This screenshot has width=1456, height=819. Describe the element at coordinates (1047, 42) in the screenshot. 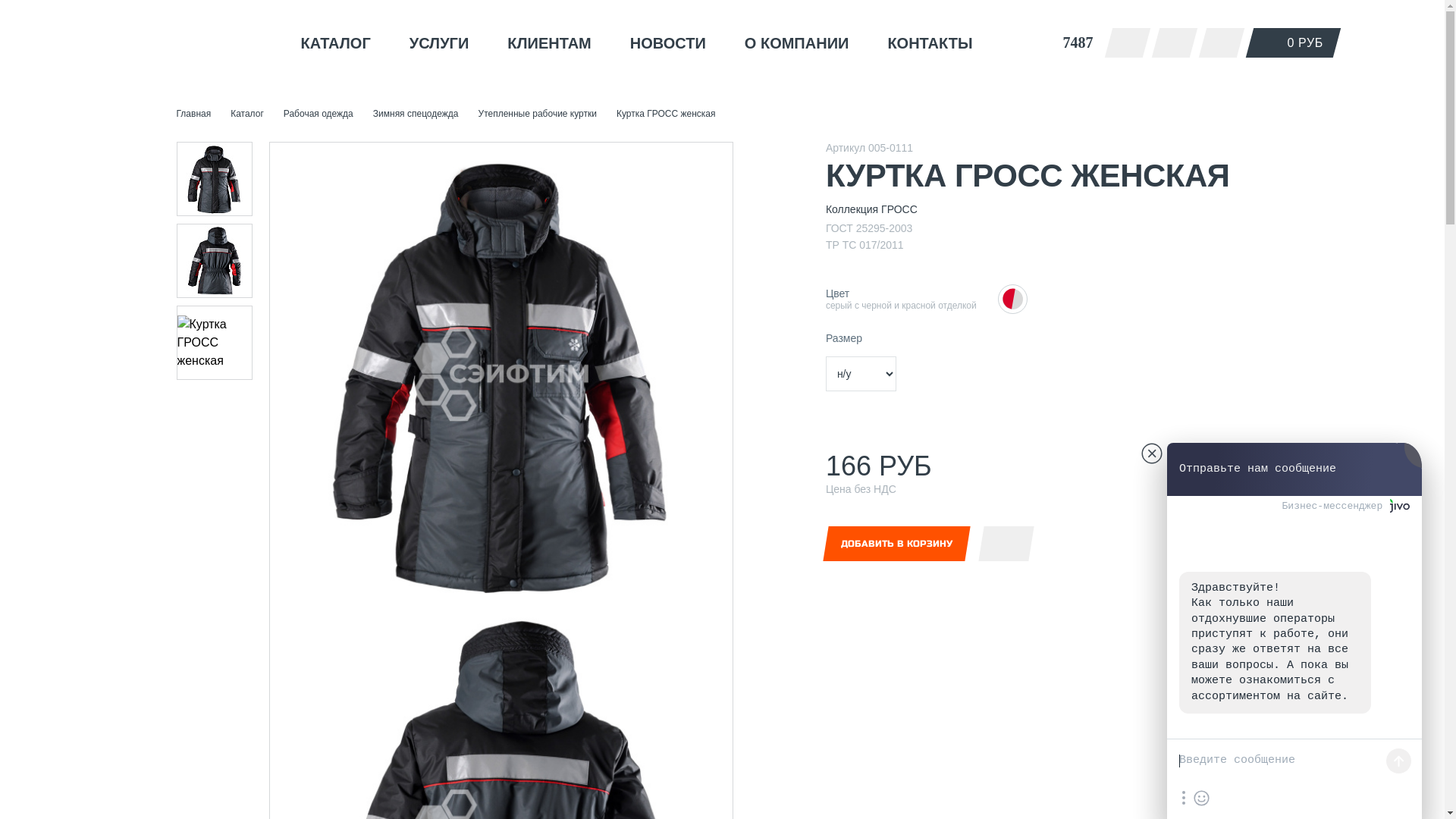

I see `'7487'` at that location.